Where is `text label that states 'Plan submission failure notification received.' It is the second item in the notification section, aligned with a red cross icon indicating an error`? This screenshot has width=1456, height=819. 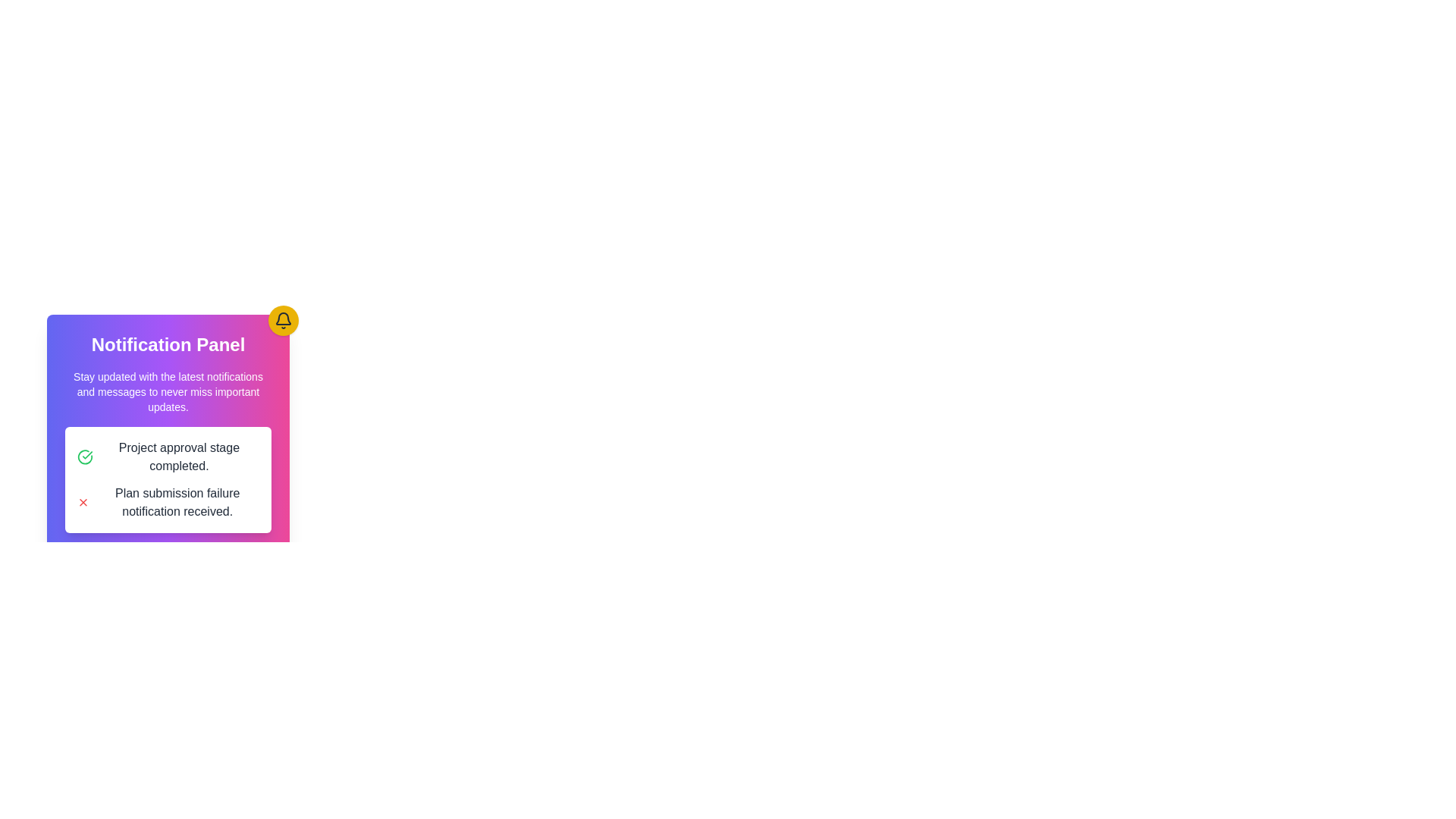 text label that states 'Plan submission failure notification received.' It is the second item in the notification section, aligned with a red cross icon indicating an error is located at coordinates (177, 503).